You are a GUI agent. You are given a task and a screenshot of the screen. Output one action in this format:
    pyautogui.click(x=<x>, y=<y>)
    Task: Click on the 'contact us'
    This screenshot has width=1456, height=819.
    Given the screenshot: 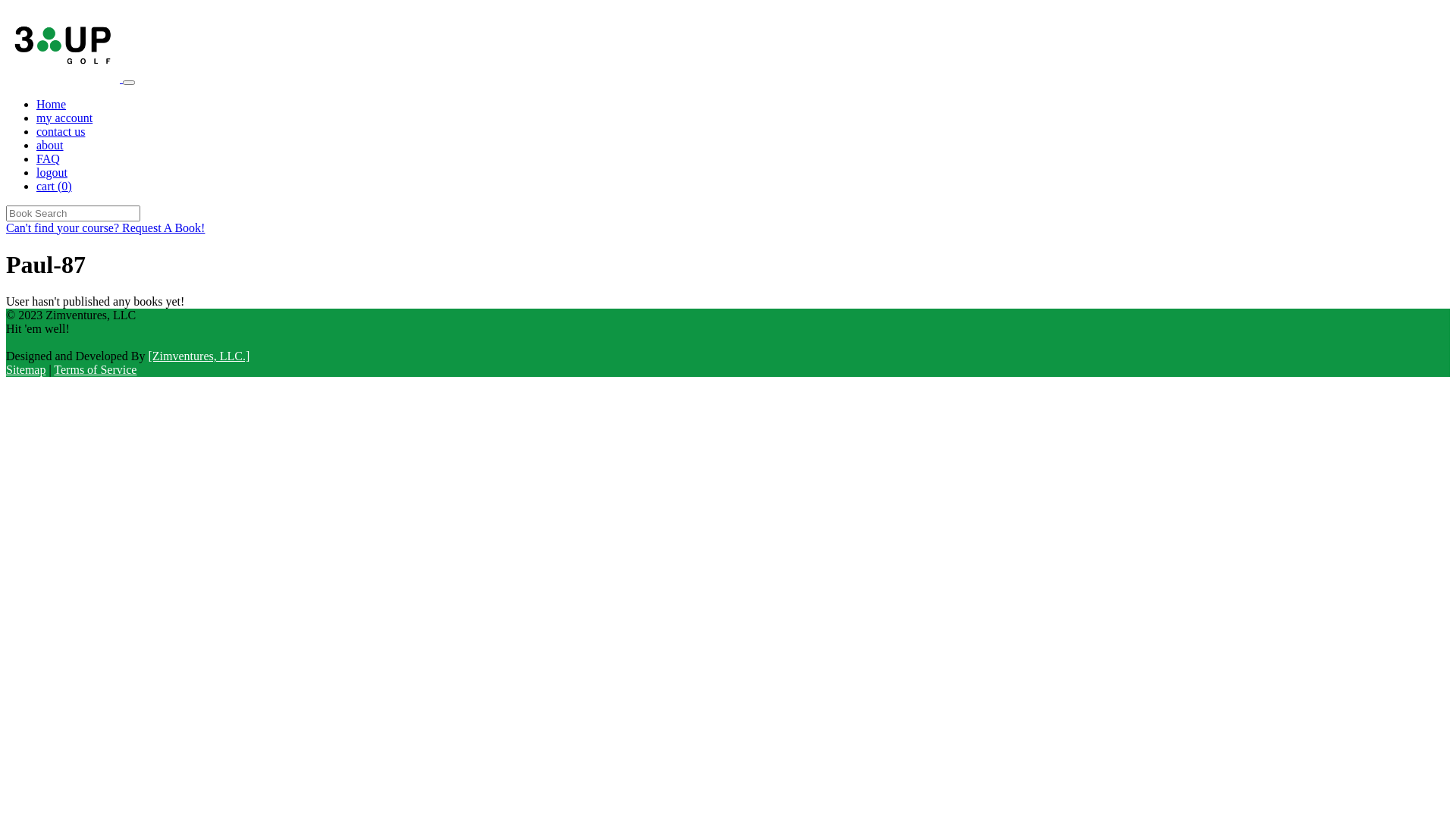 What is the action you would take?
    pyautogui.click(x=61, y=130)
    